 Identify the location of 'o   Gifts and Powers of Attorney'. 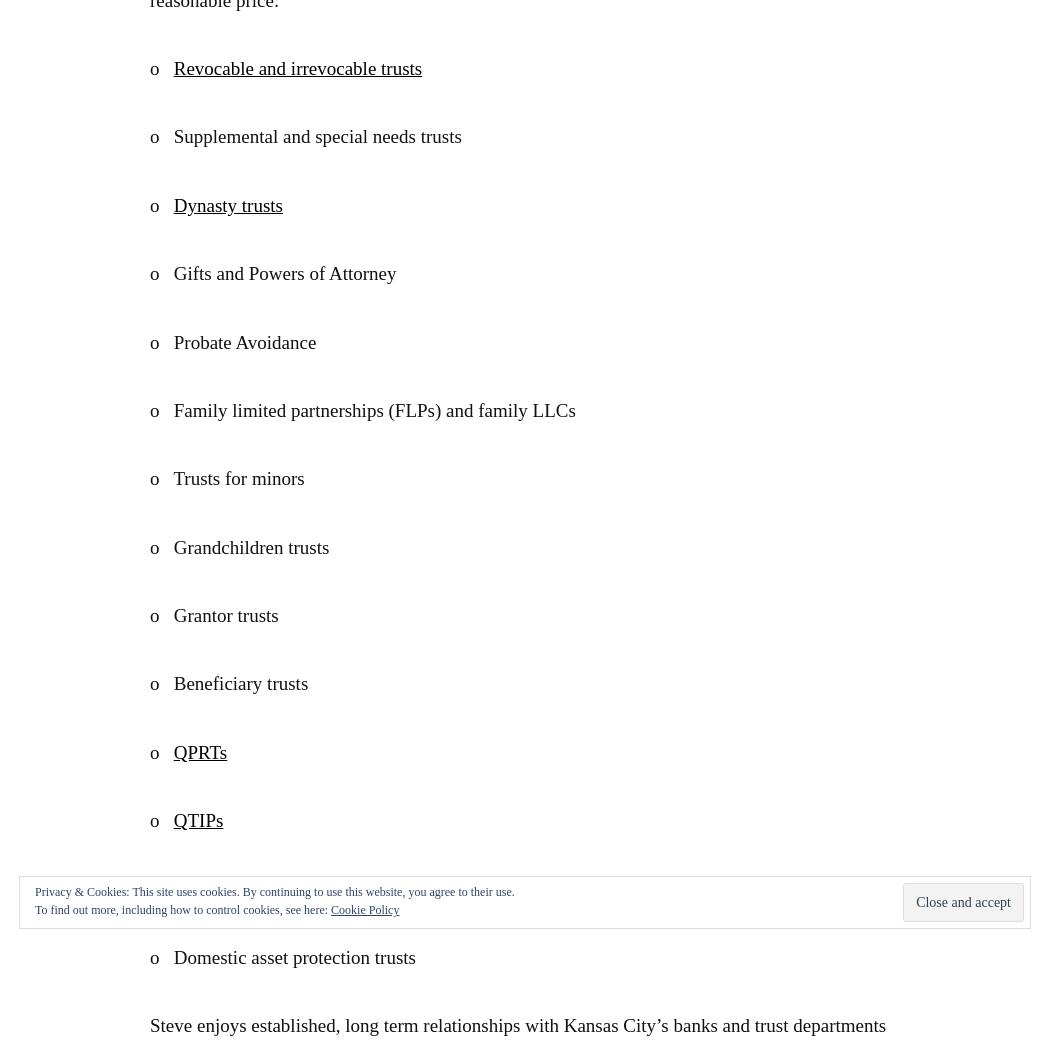
(272, 273).